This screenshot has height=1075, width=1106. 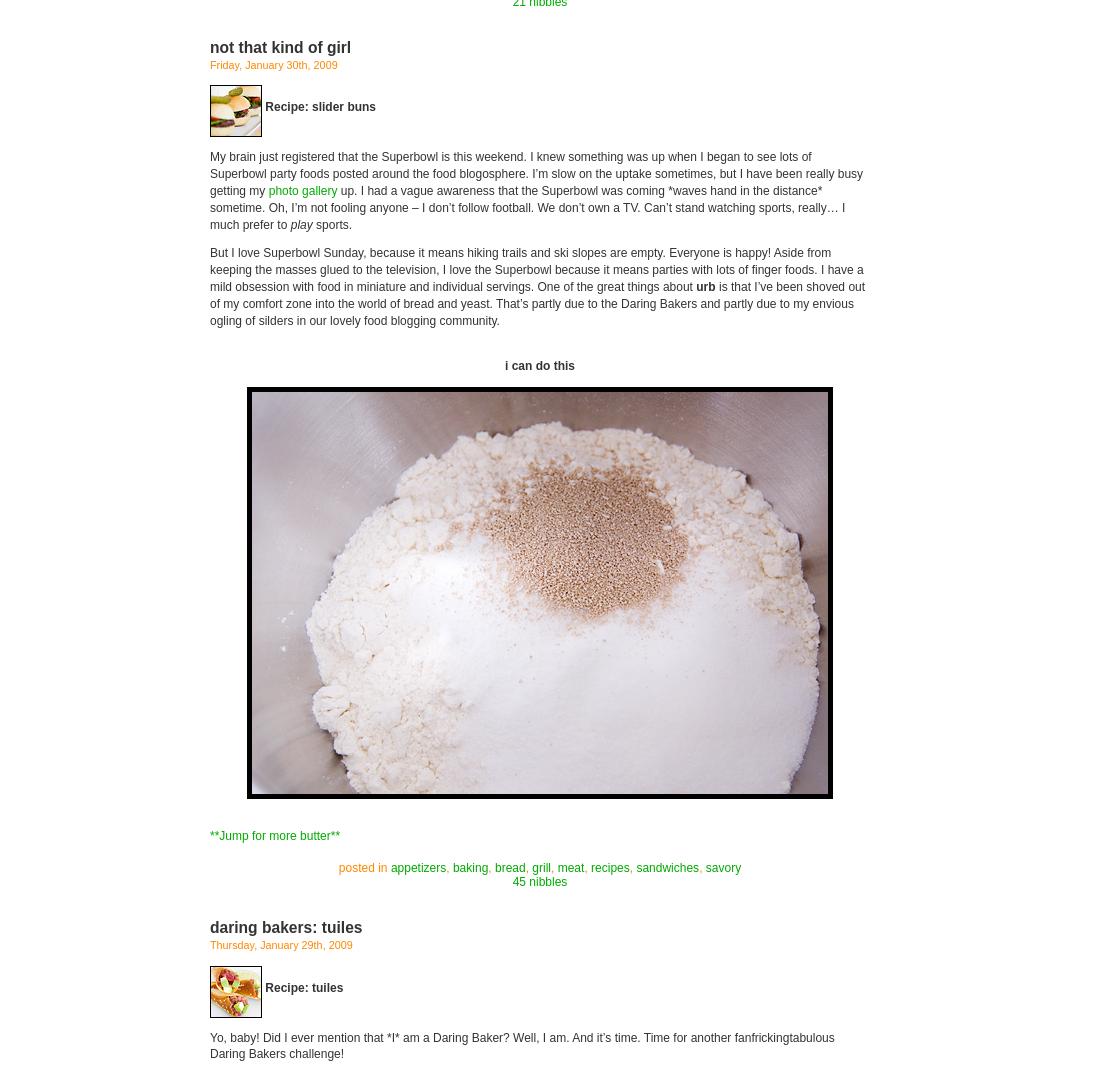 I want to click on 'appetizers', so click(x=417, y=867).